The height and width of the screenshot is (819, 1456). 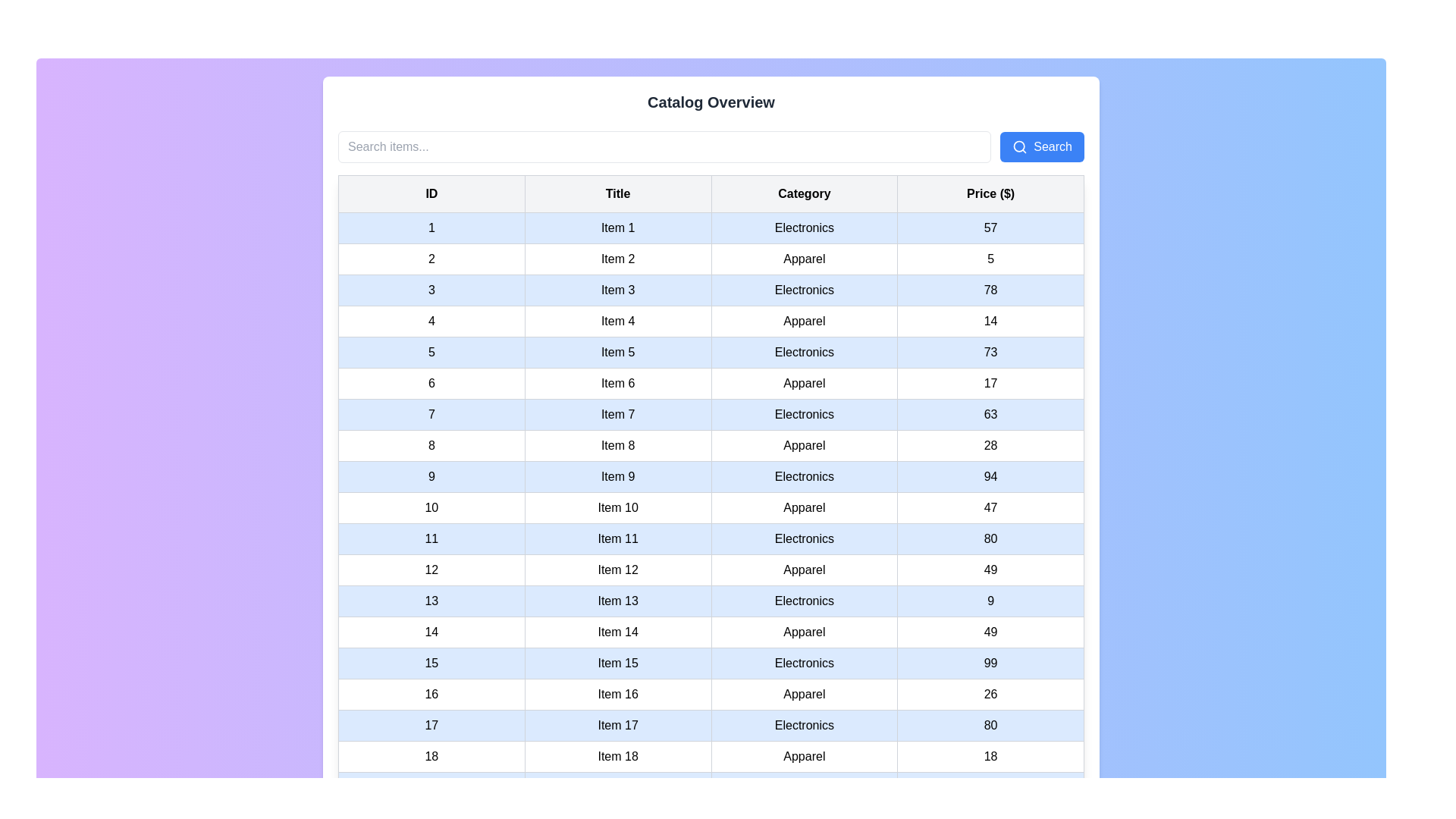 What do you see at coordinates (803, 632) in the screenshot?
I see `the table cell displaying 'Apparel' in the 'Category' column for 'Item 14'` at bounding box center [803, 632].